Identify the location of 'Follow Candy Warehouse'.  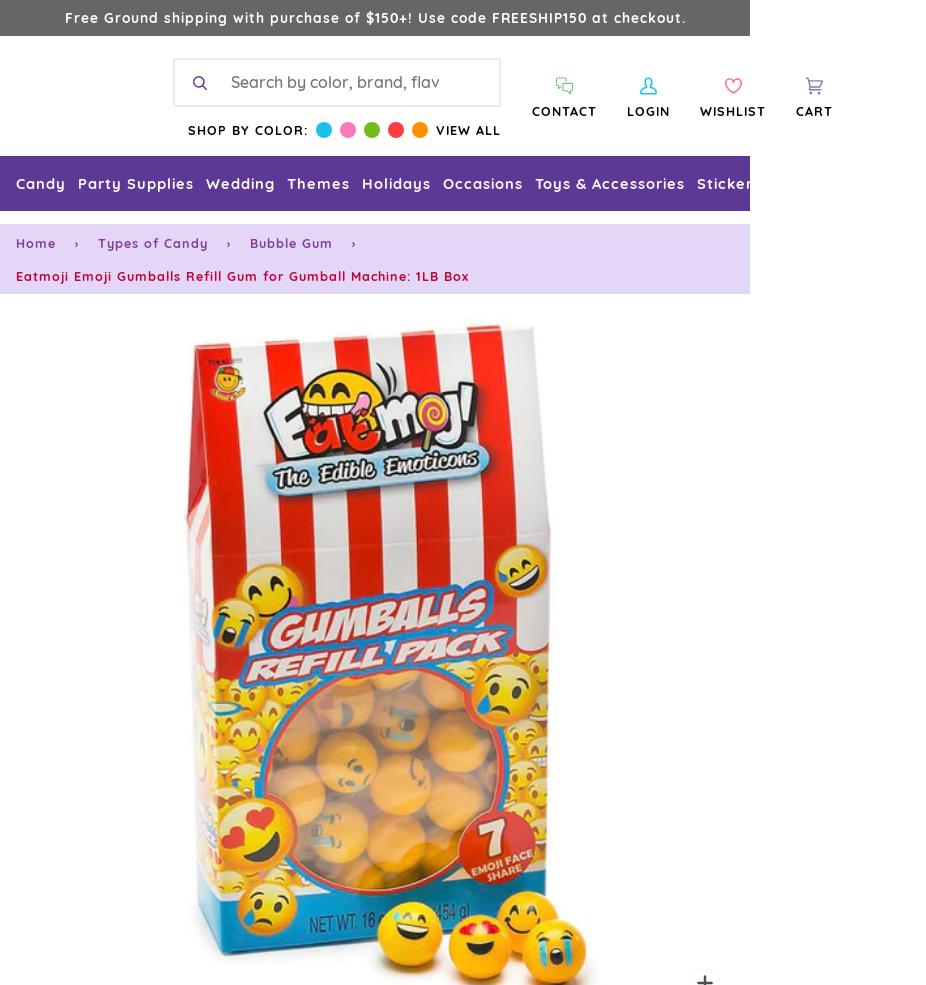
(374, 111).